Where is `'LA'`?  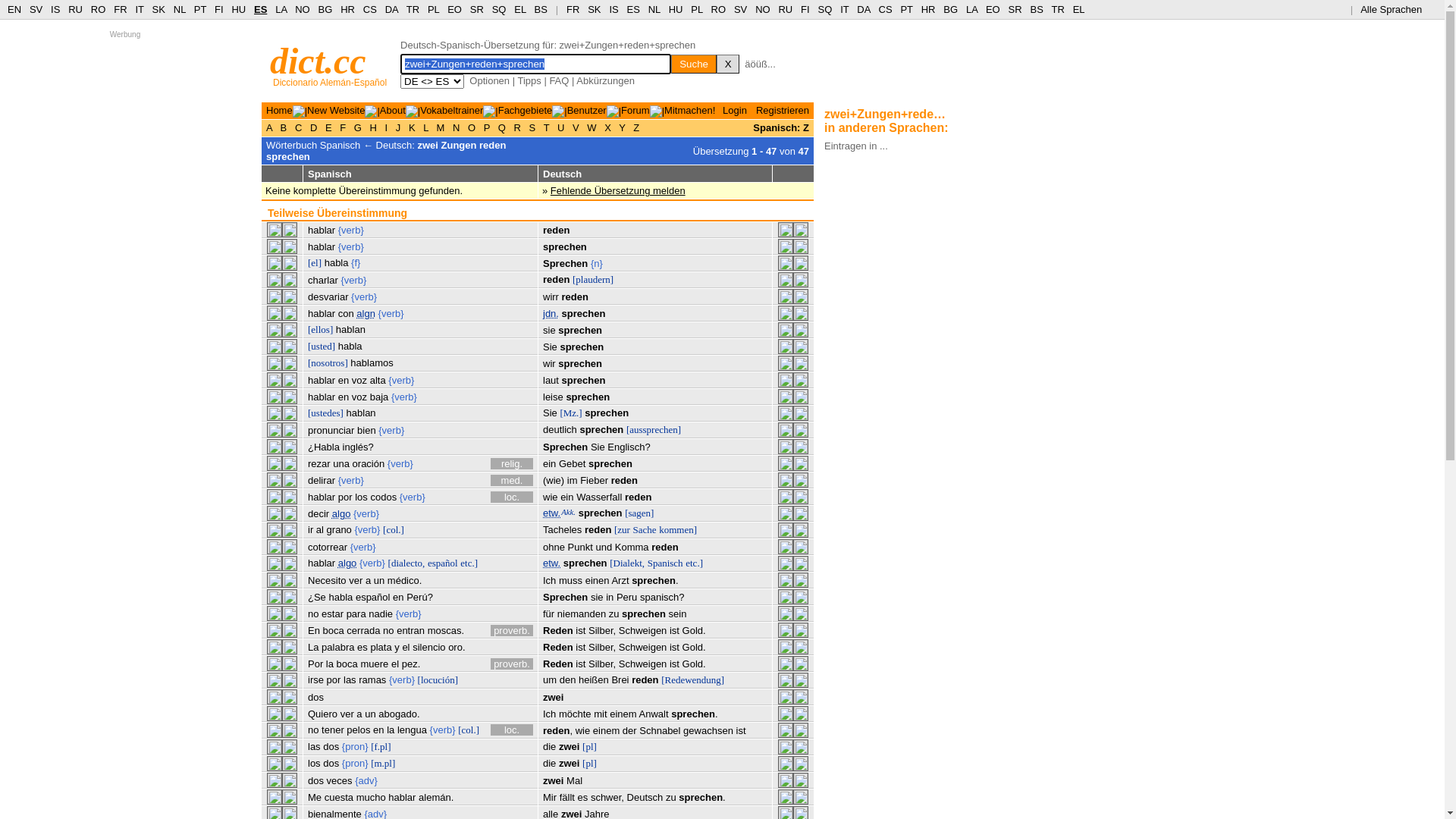 'LA' is located at coordinates (971, 9).